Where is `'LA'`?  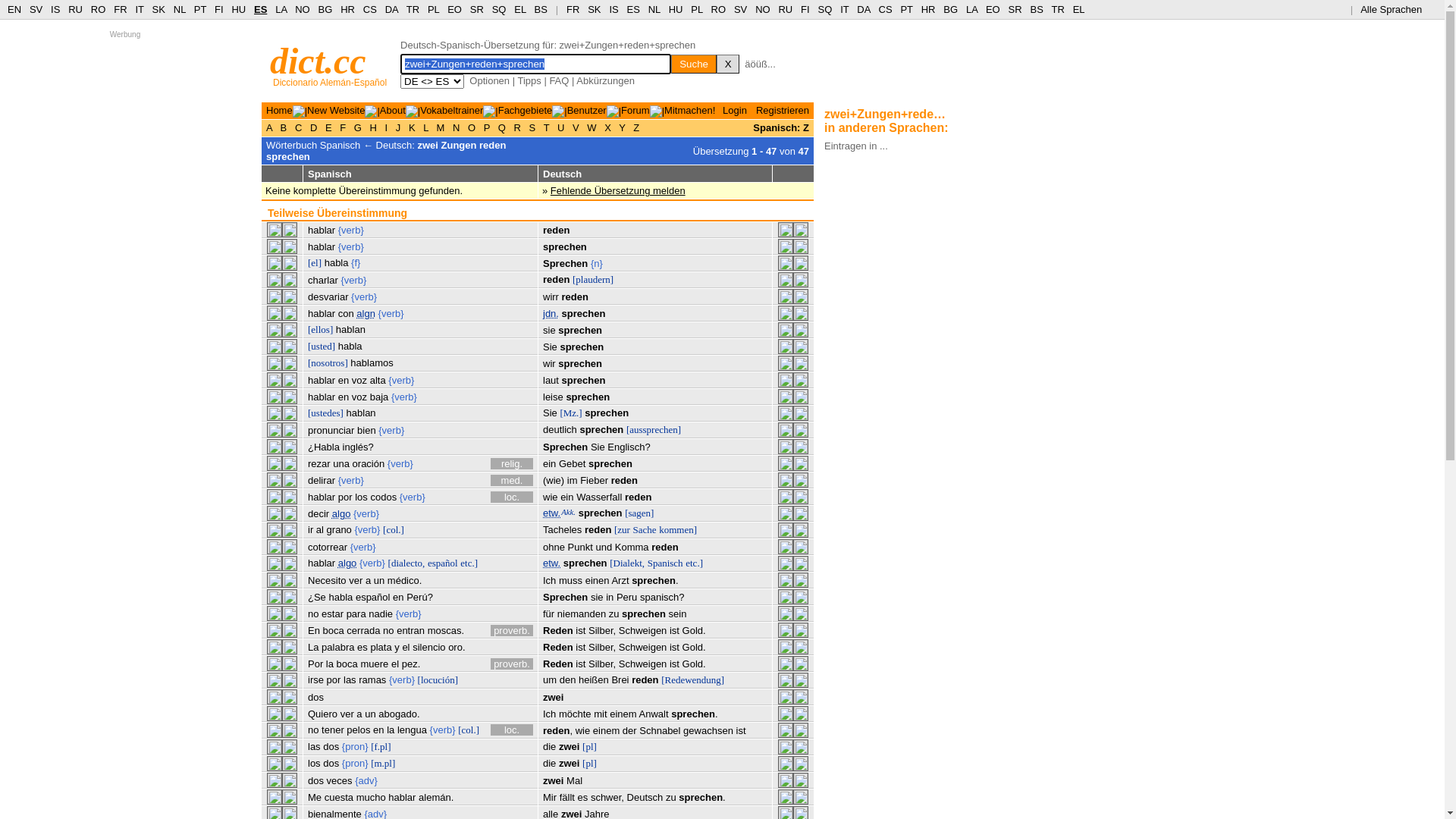 'LA' is located at coordinates (971, 9).